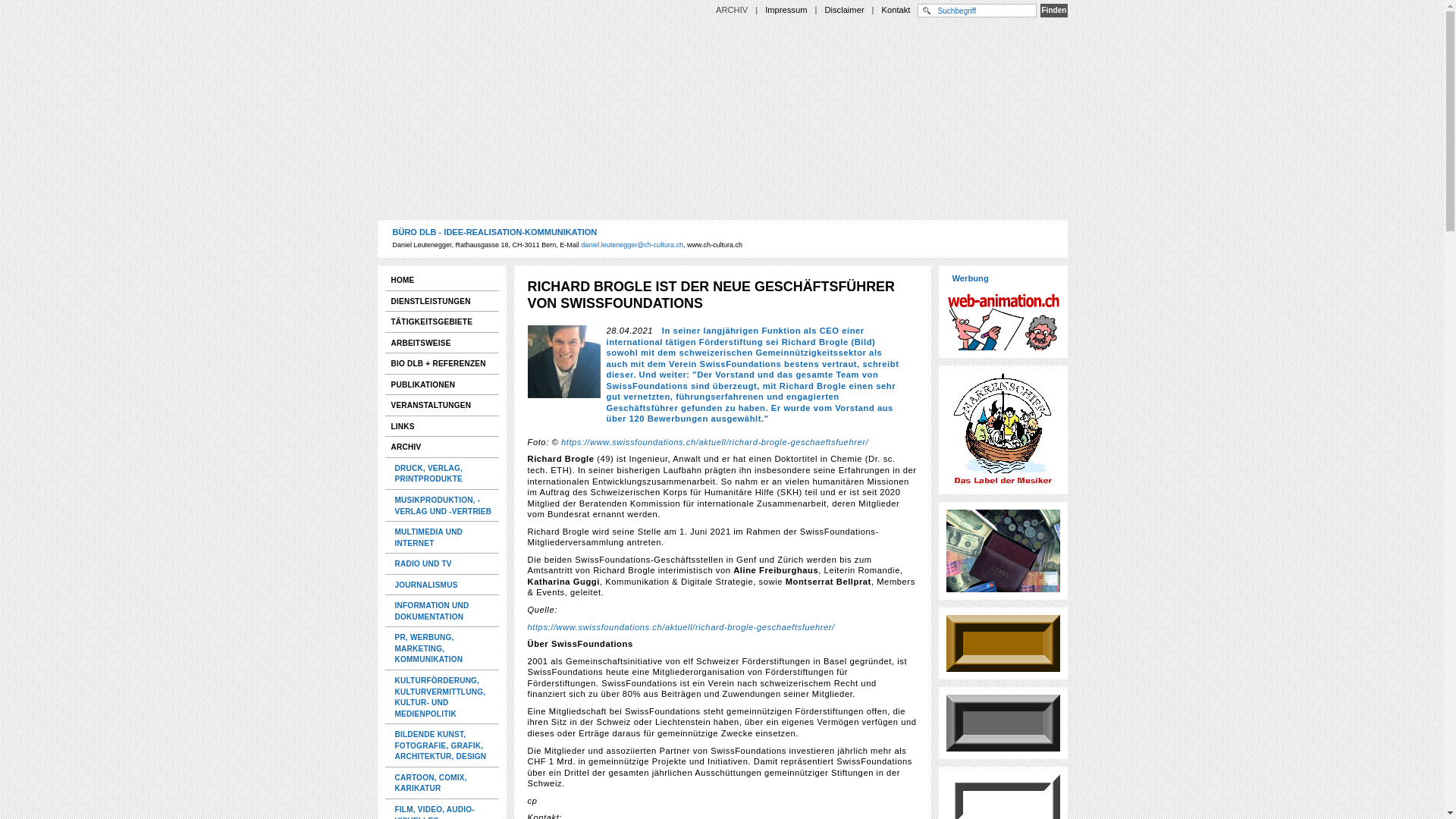 Image resolution: width=1456 pixels, height=819 pixels. Describe the element at coordinates (441, 343) in the screenshot. I see `'ARBEITSWEISE'` at that location.